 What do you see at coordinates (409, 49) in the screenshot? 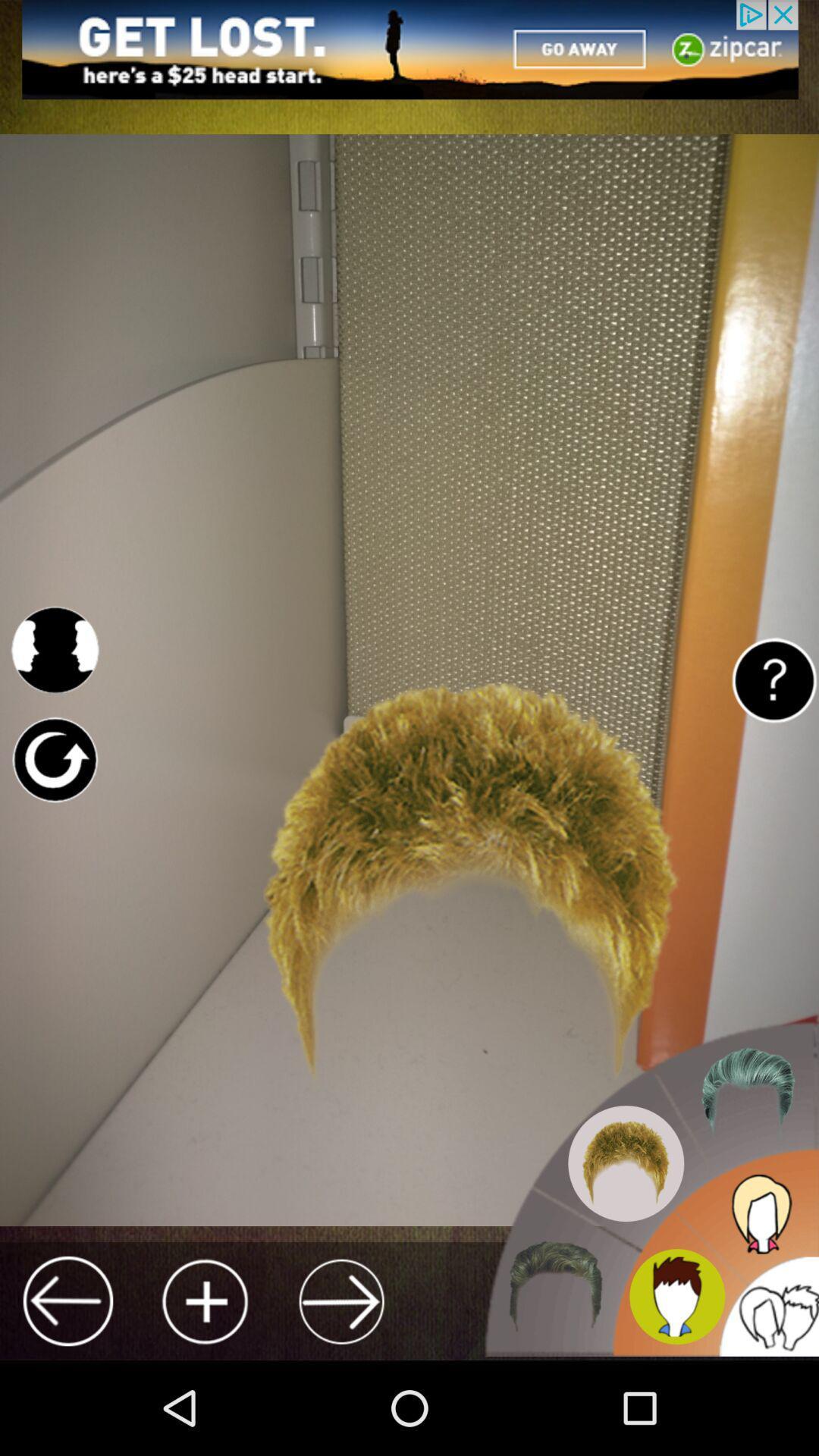
I see `the adversitement` at bounding box center [409, 49].